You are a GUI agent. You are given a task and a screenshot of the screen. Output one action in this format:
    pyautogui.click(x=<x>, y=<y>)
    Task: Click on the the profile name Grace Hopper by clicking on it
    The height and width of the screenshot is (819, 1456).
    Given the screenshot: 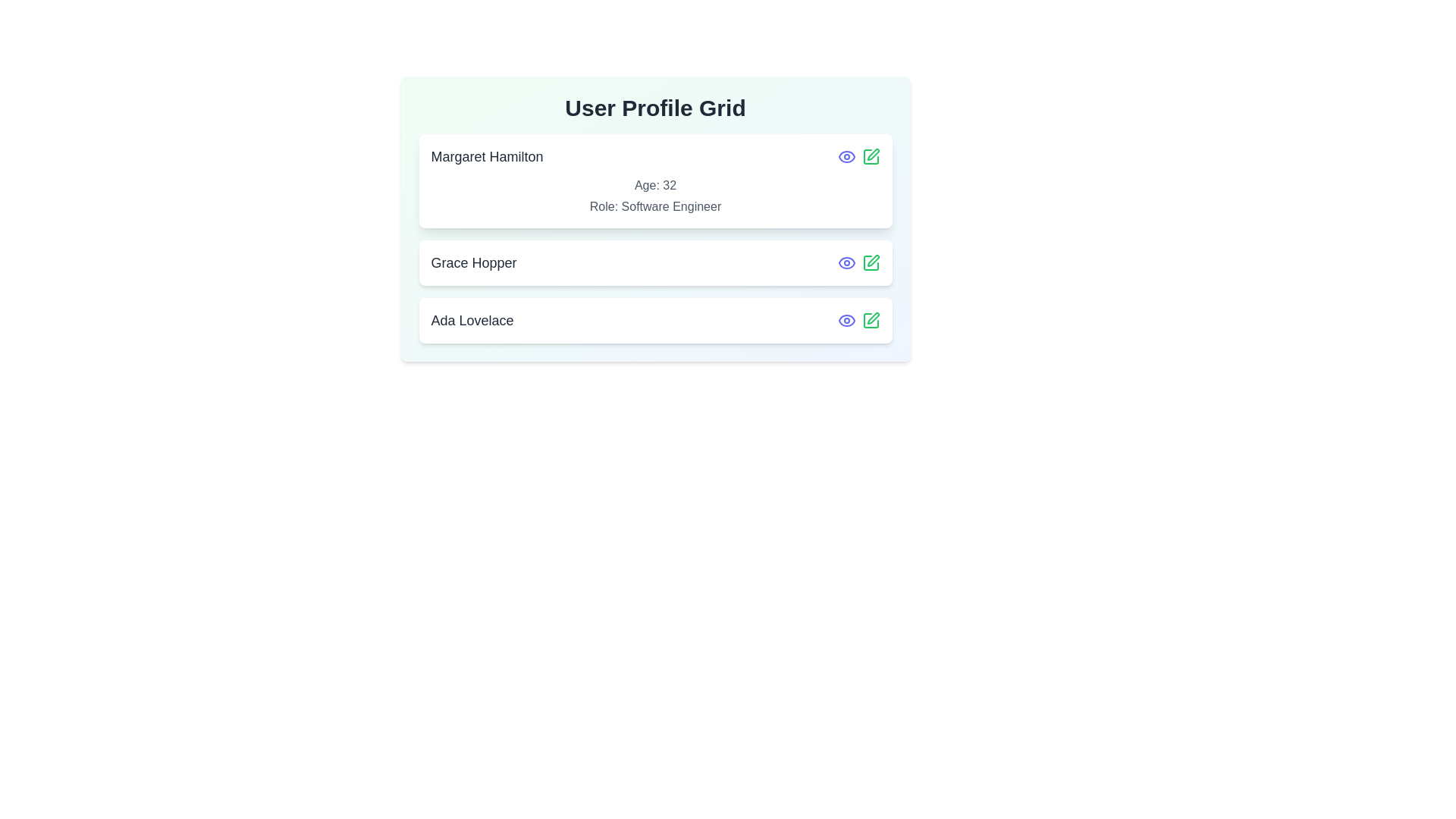 What is the action you would take?
    pyautogui.click(x=472, y=262)
    